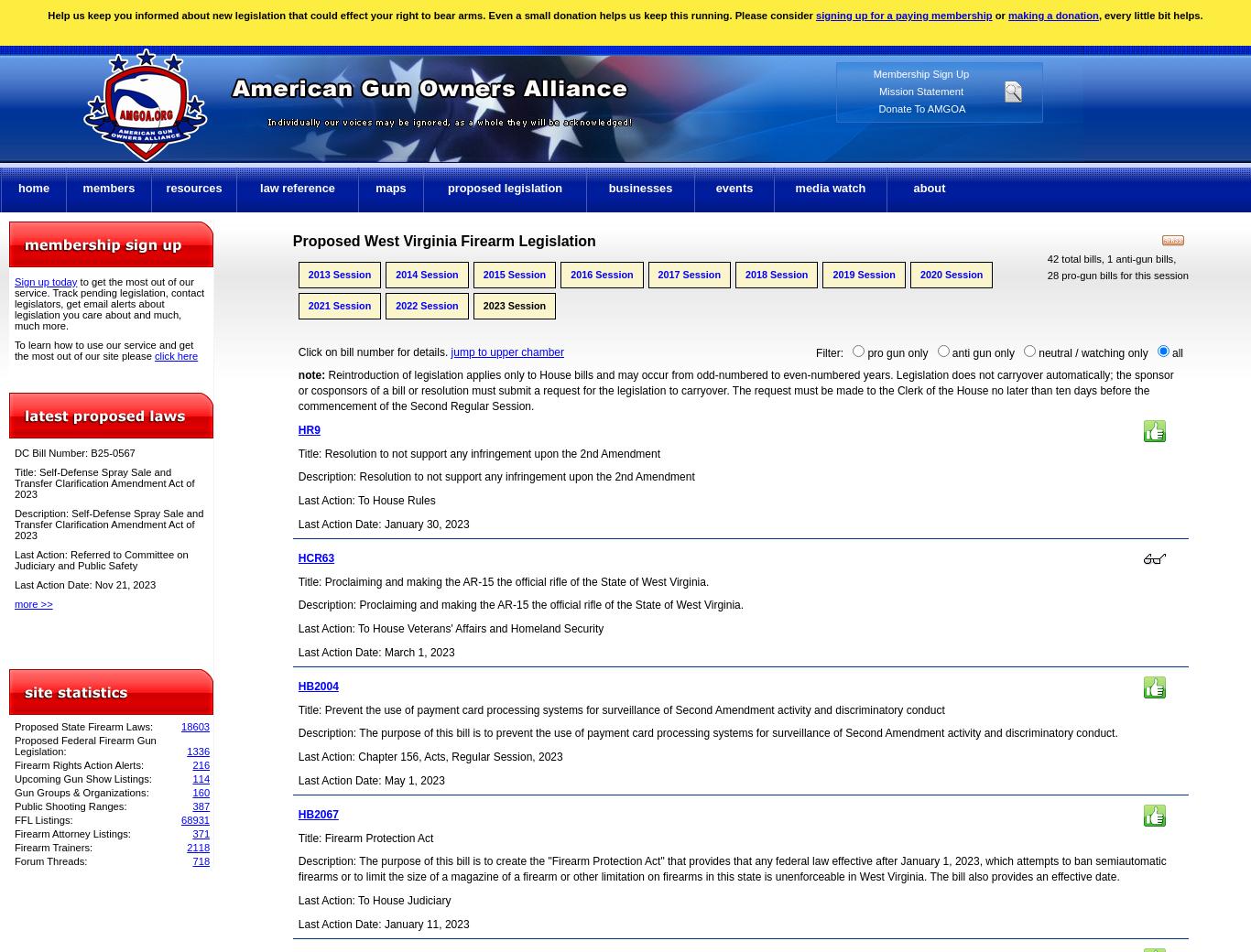 The image size is (1251, 952). Describe the element at coordinates (297, 500) in the screenshot. I see `'Last Action: To House Rules'` at that location.